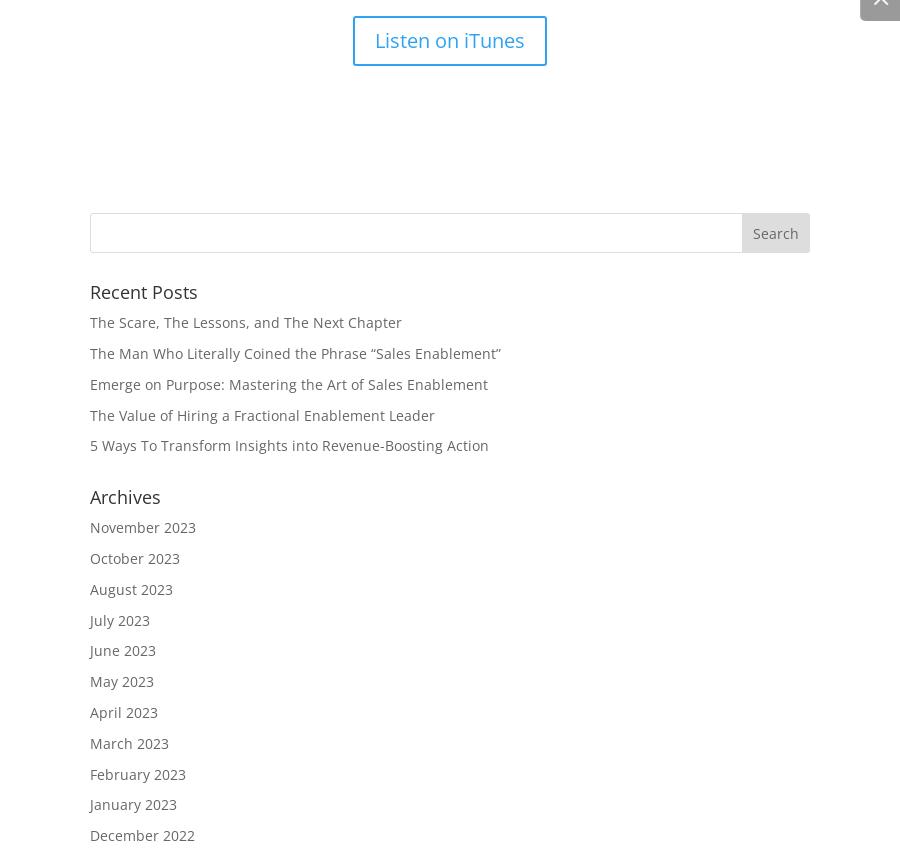  I want to click on 'May 2023', so click(122, 680).